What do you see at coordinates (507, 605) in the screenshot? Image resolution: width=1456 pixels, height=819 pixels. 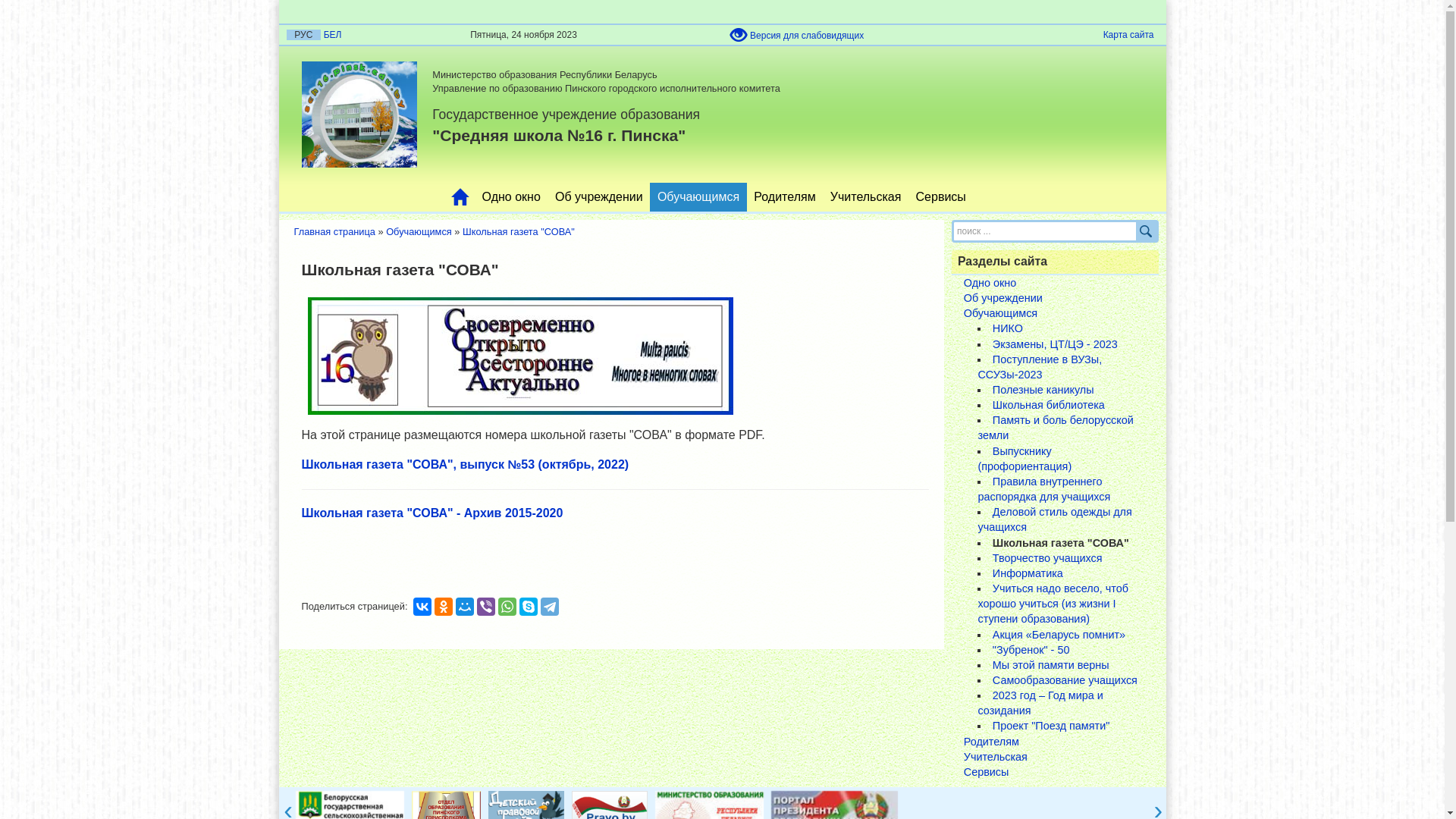 I see `'WhatsApp'` at bounding box center [507, 605].